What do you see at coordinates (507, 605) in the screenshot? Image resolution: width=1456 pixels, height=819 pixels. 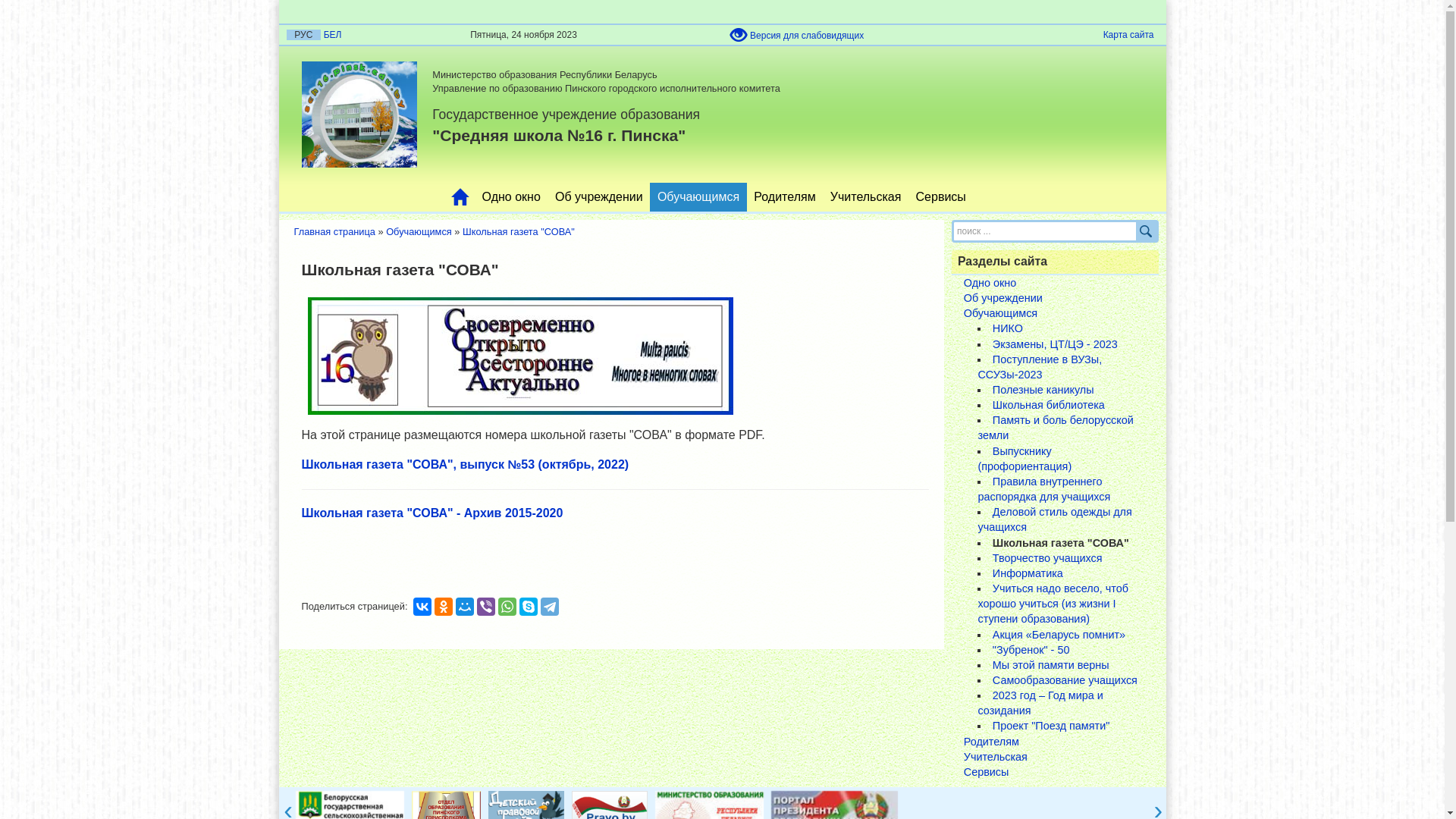 I see `'WhatsApp'` at bounding box center [507, 605].